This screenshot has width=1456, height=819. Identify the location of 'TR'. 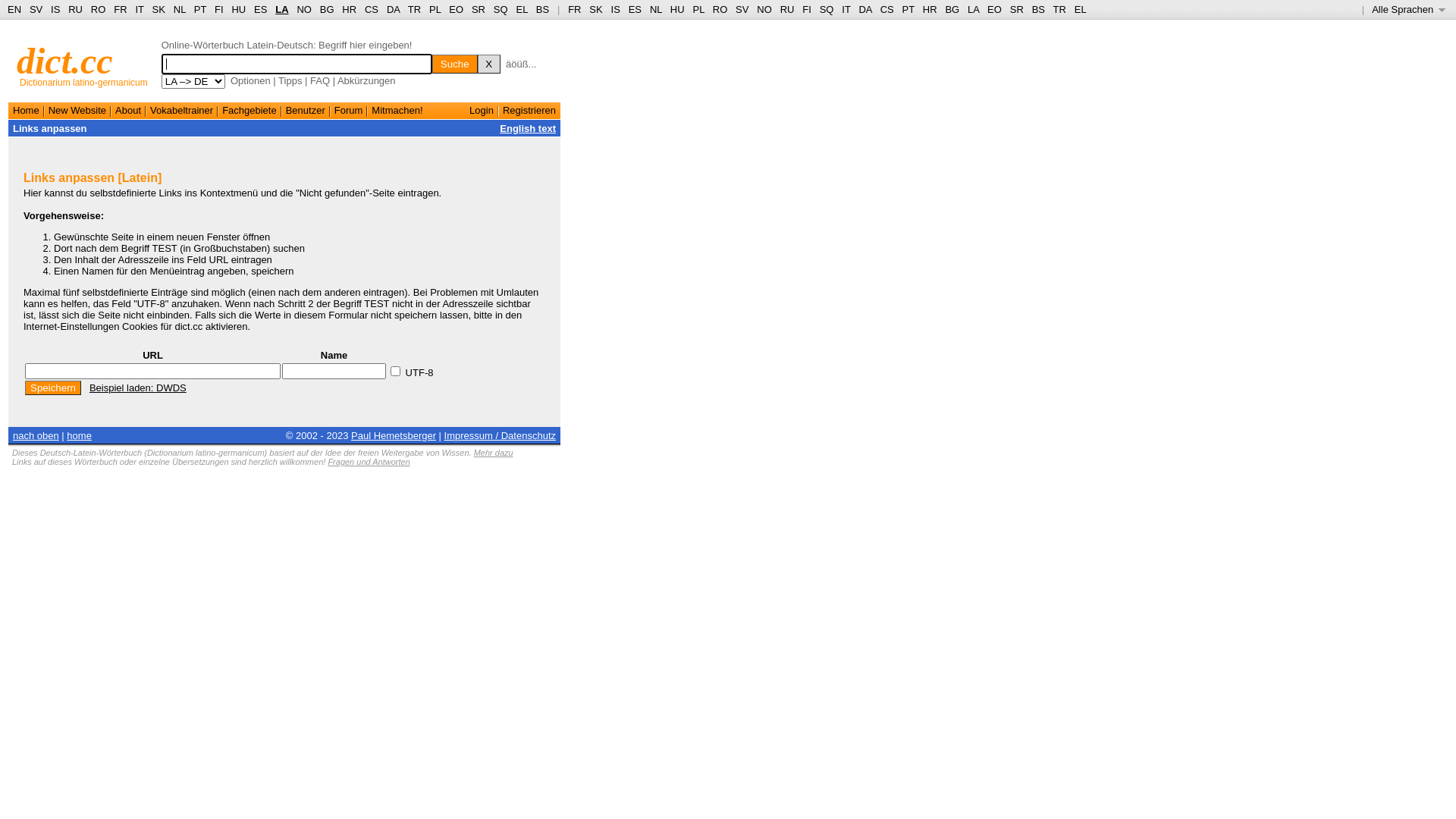
(414, 9).